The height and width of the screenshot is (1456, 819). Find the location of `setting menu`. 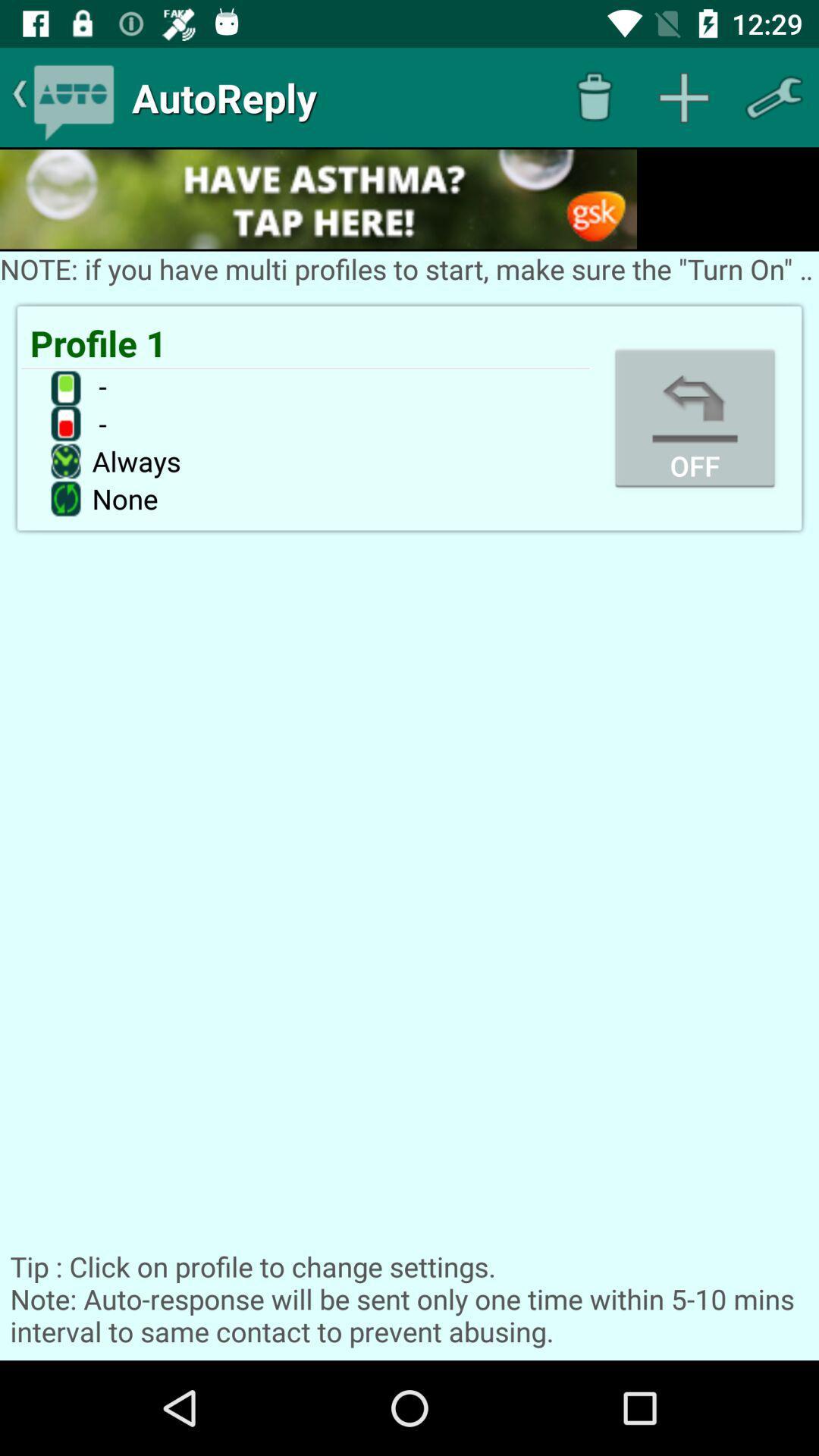

setting menu is located at coordinates (773, 96).